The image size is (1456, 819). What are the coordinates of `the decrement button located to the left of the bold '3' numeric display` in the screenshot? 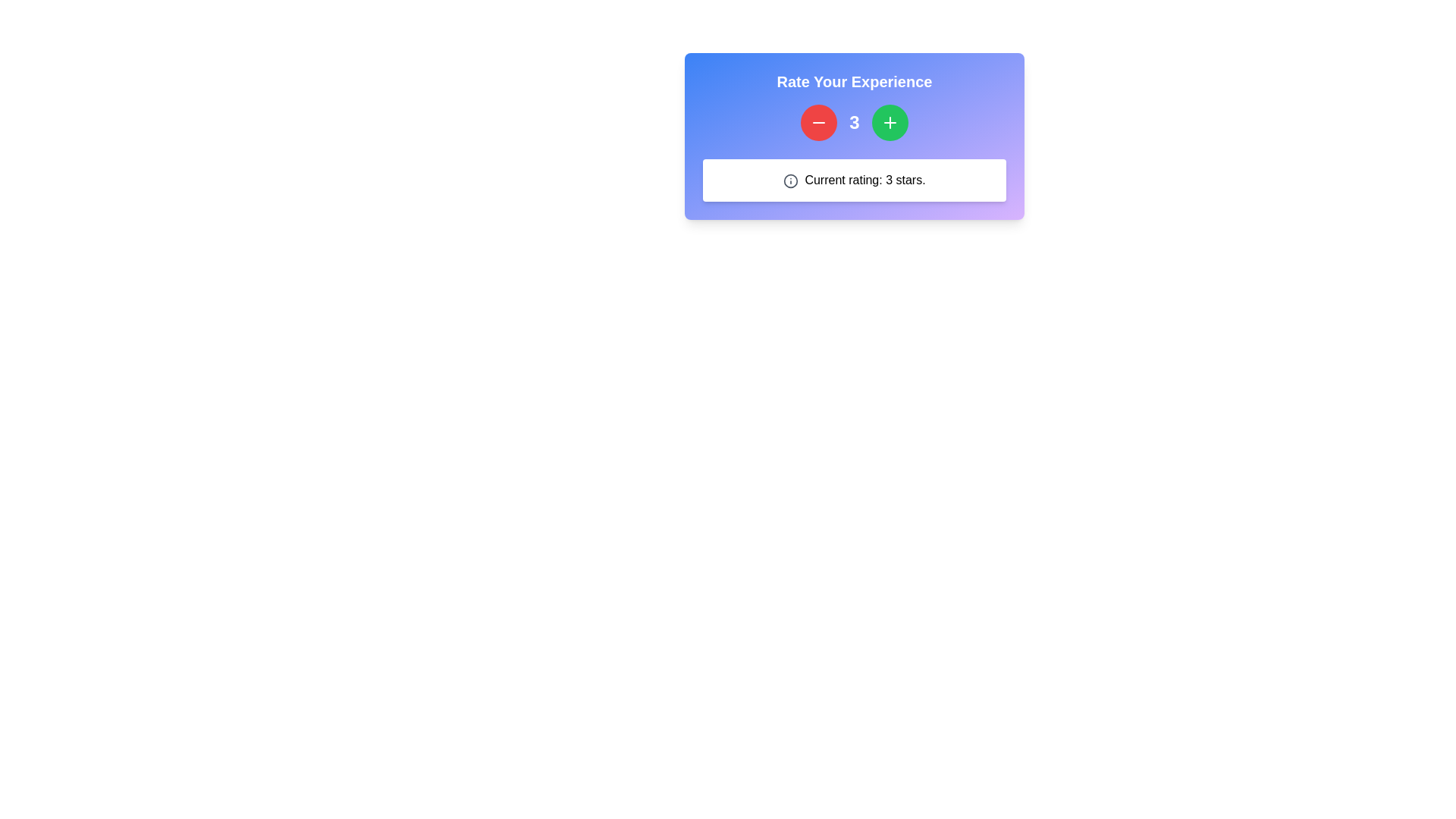 It's located at (818, 122).